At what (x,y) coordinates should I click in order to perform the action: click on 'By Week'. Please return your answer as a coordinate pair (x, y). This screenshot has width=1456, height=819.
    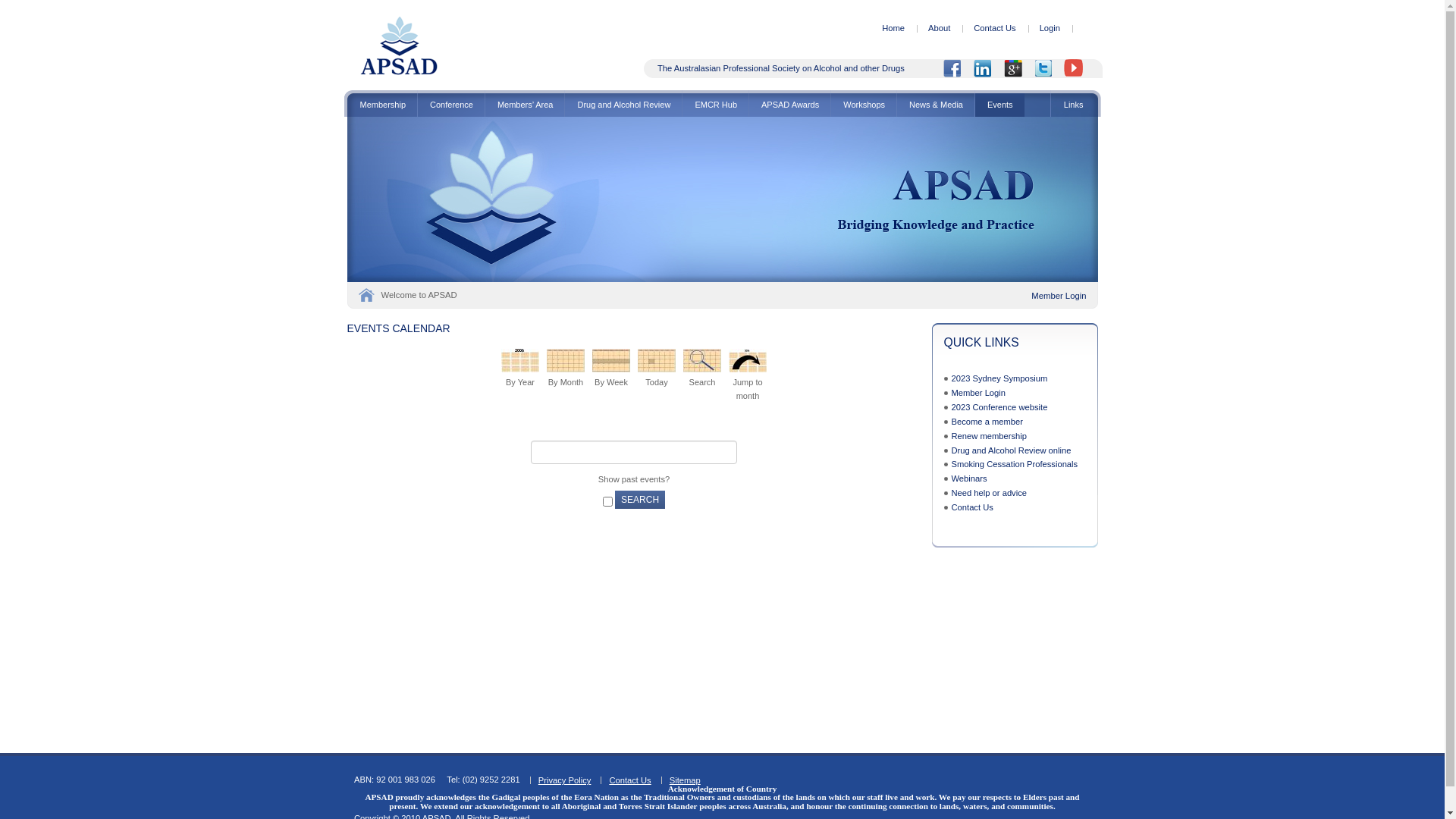
    Looking at the image, I should click on (611, 360).